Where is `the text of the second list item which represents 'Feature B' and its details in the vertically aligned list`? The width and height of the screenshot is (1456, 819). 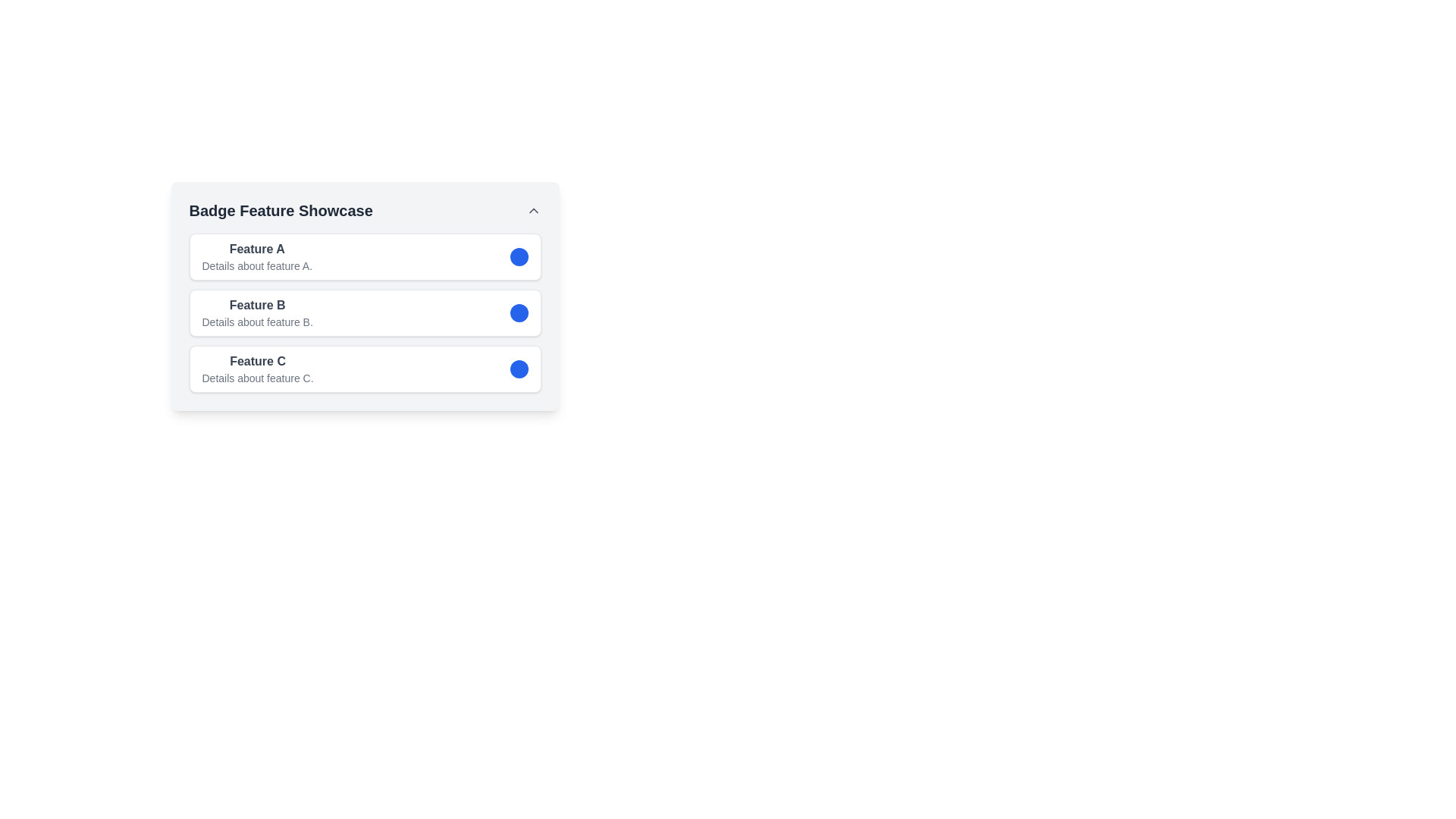
the text of the second list item which represents 'Feature B' and its details in the vertically aligned list is located at coordinates (365, 312).